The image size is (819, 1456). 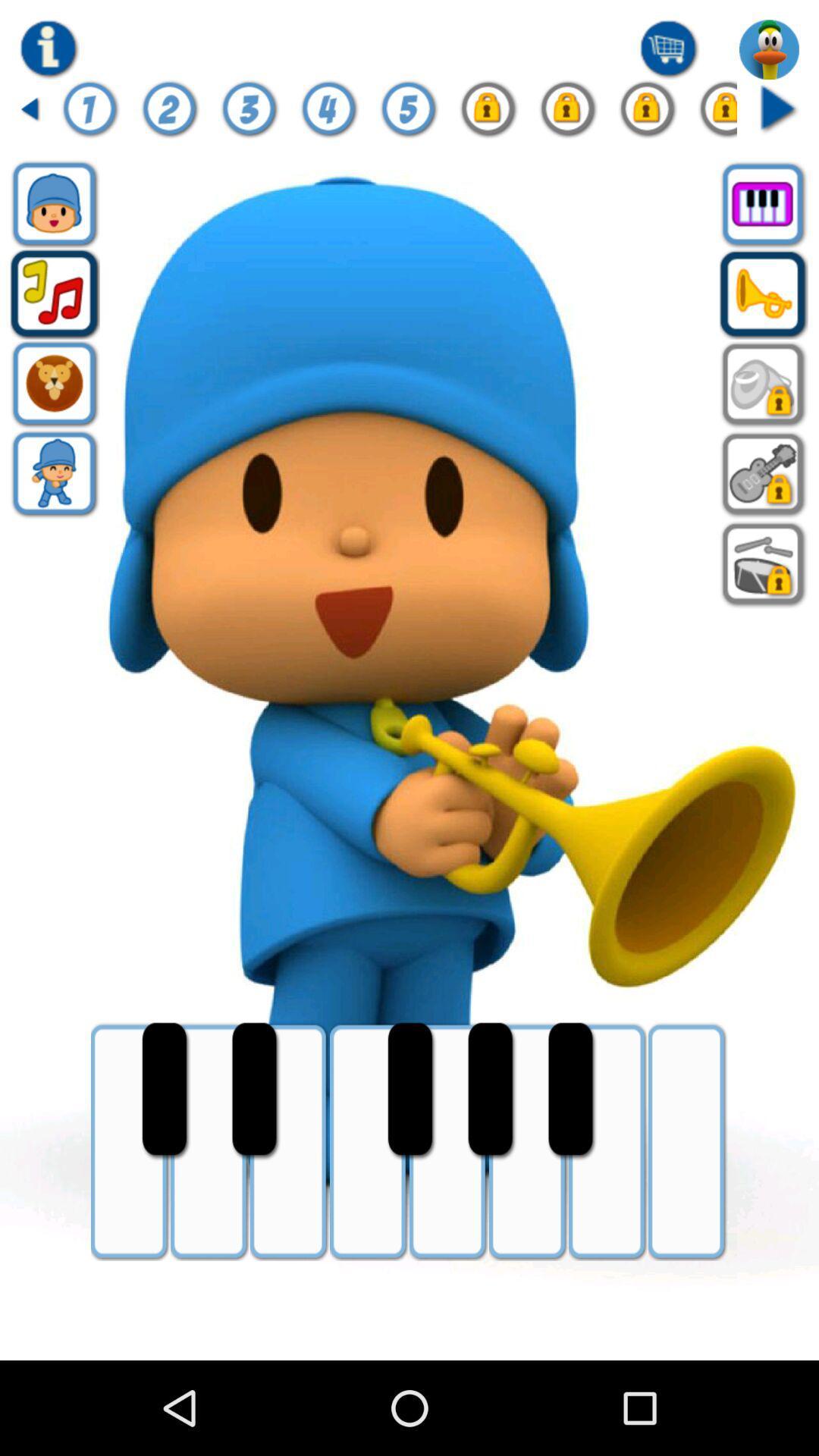 I want to click on the lock icon, so click(x=488, y=116).